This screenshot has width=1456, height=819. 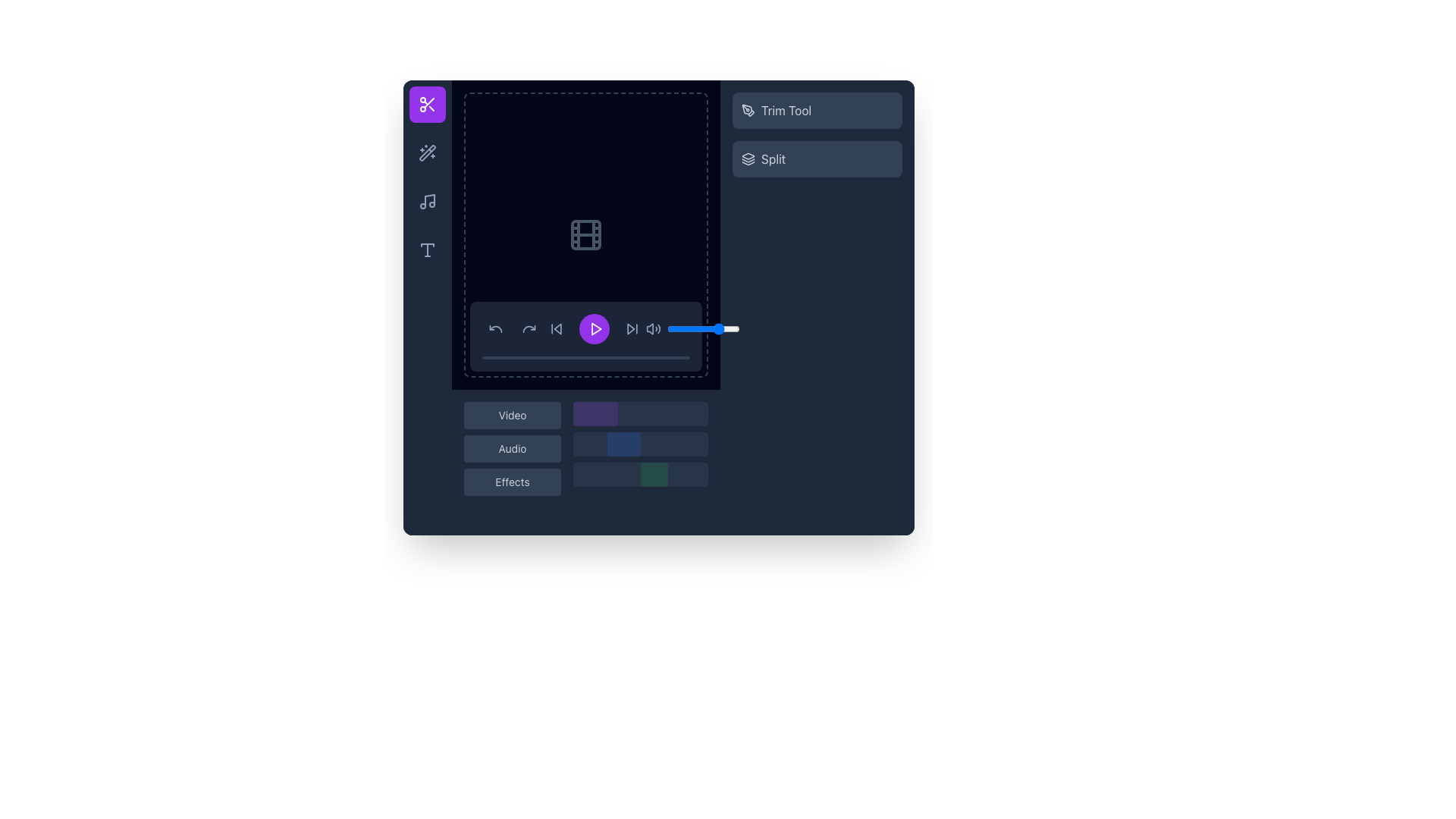 I want to click on the control panel toolbar located at the bottom of the interface, so click(x=585, y=335).